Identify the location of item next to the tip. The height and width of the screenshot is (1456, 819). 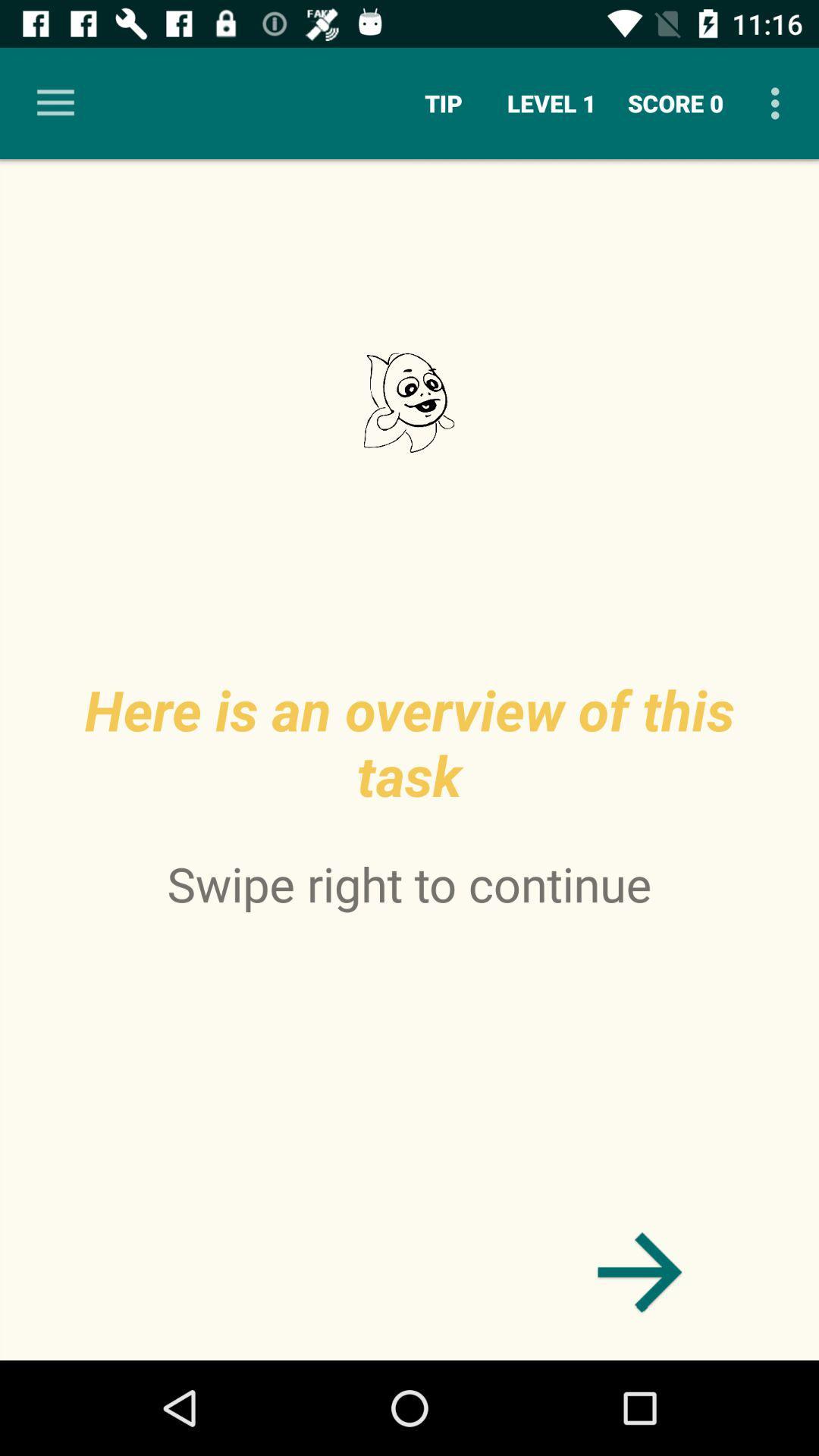
(55, 102).